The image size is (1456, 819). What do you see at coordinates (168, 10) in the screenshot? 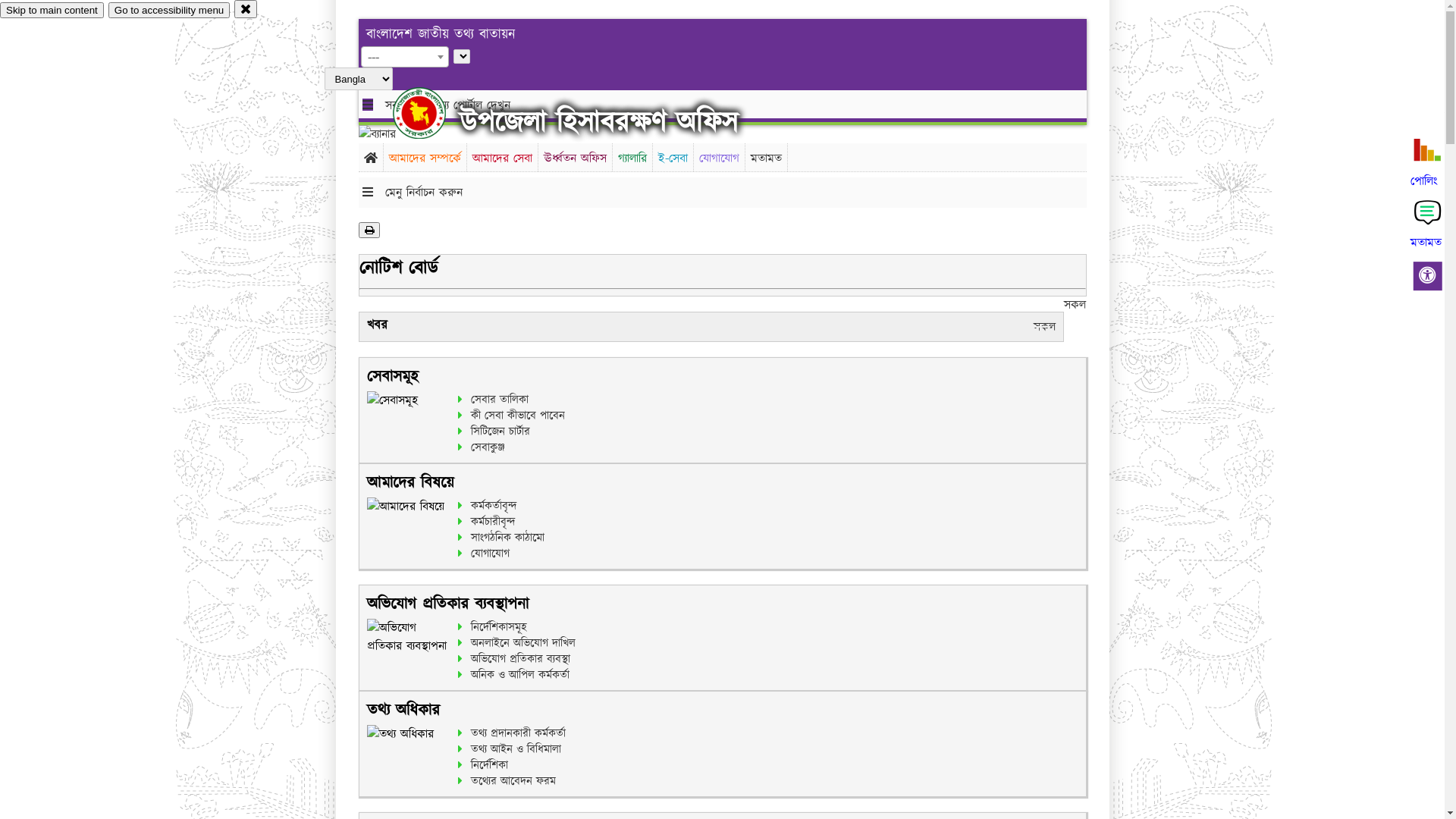
I see `'Go to accessibility menu'` at bounding box center [168, 10].